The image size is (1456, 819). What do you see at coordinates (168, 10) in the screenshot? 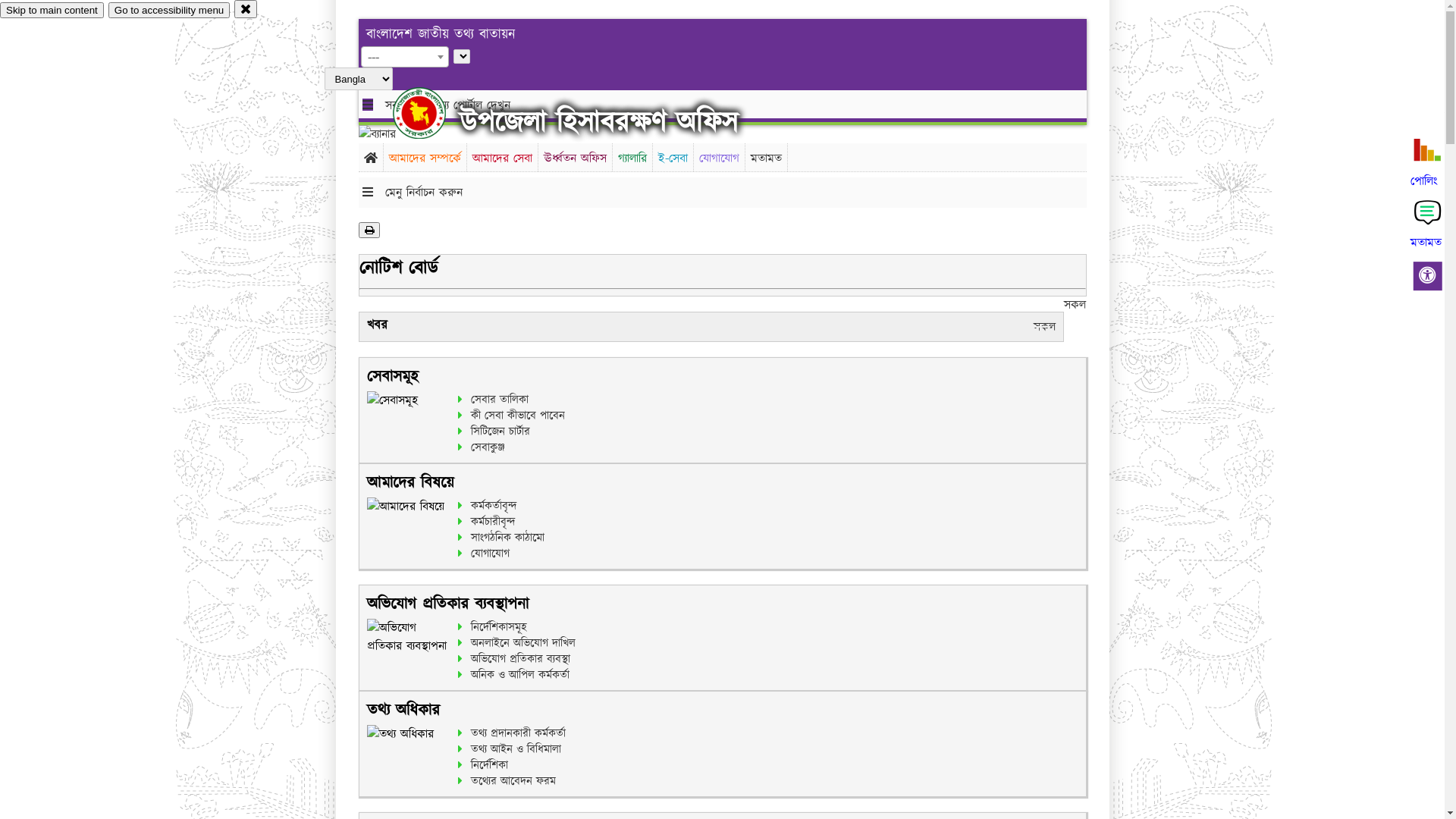
I see `'Go to accessibility menu'` at bounding box center [168, 10].